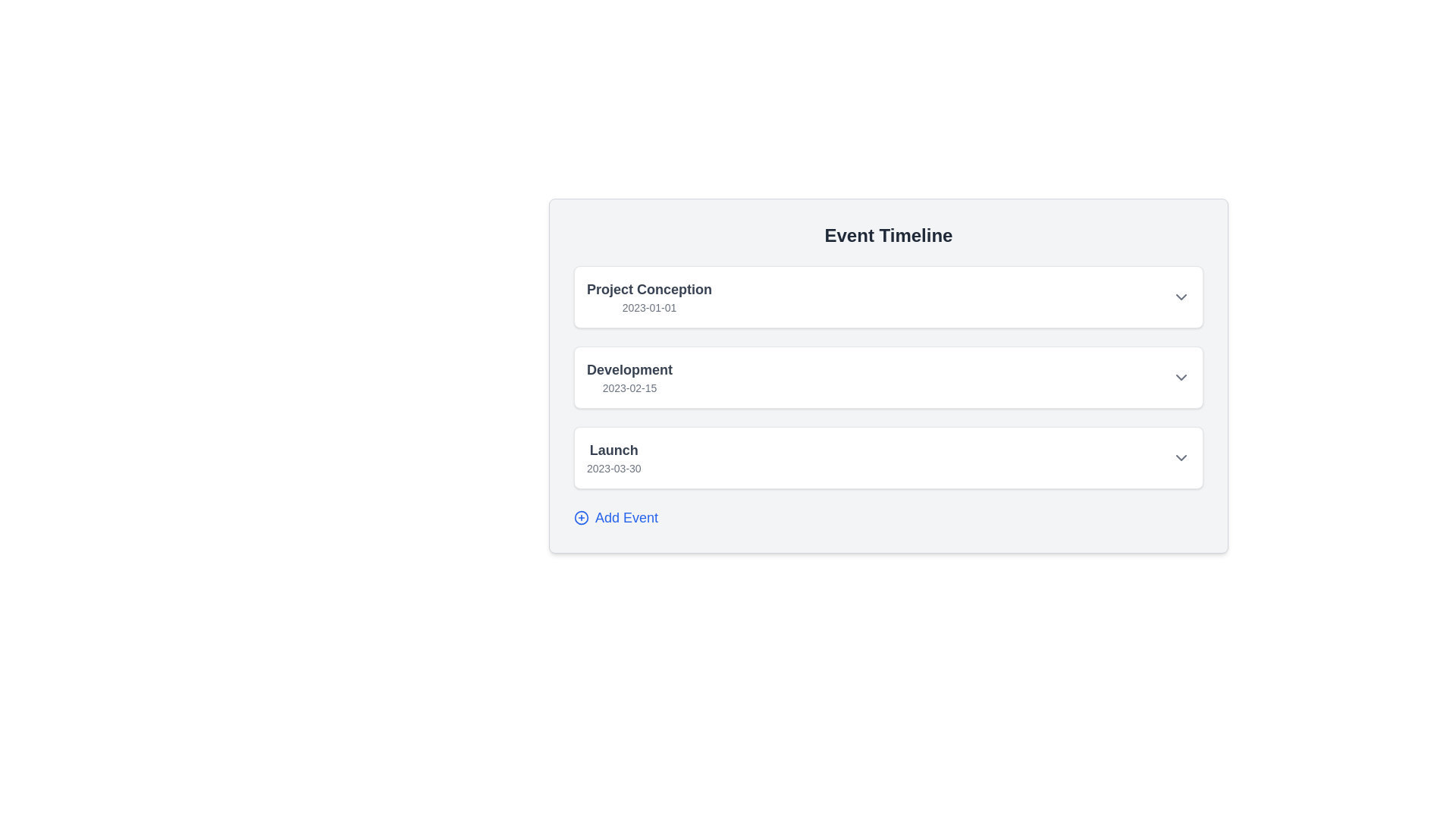 Image resolution: width=1456 pixels, height=819 pixels. What do you see at coordinates (1181, 297) in the screenshot?
I see `the chevron icon at the right end of the 'Project Conception' header` at bounding box center [1181, 297].